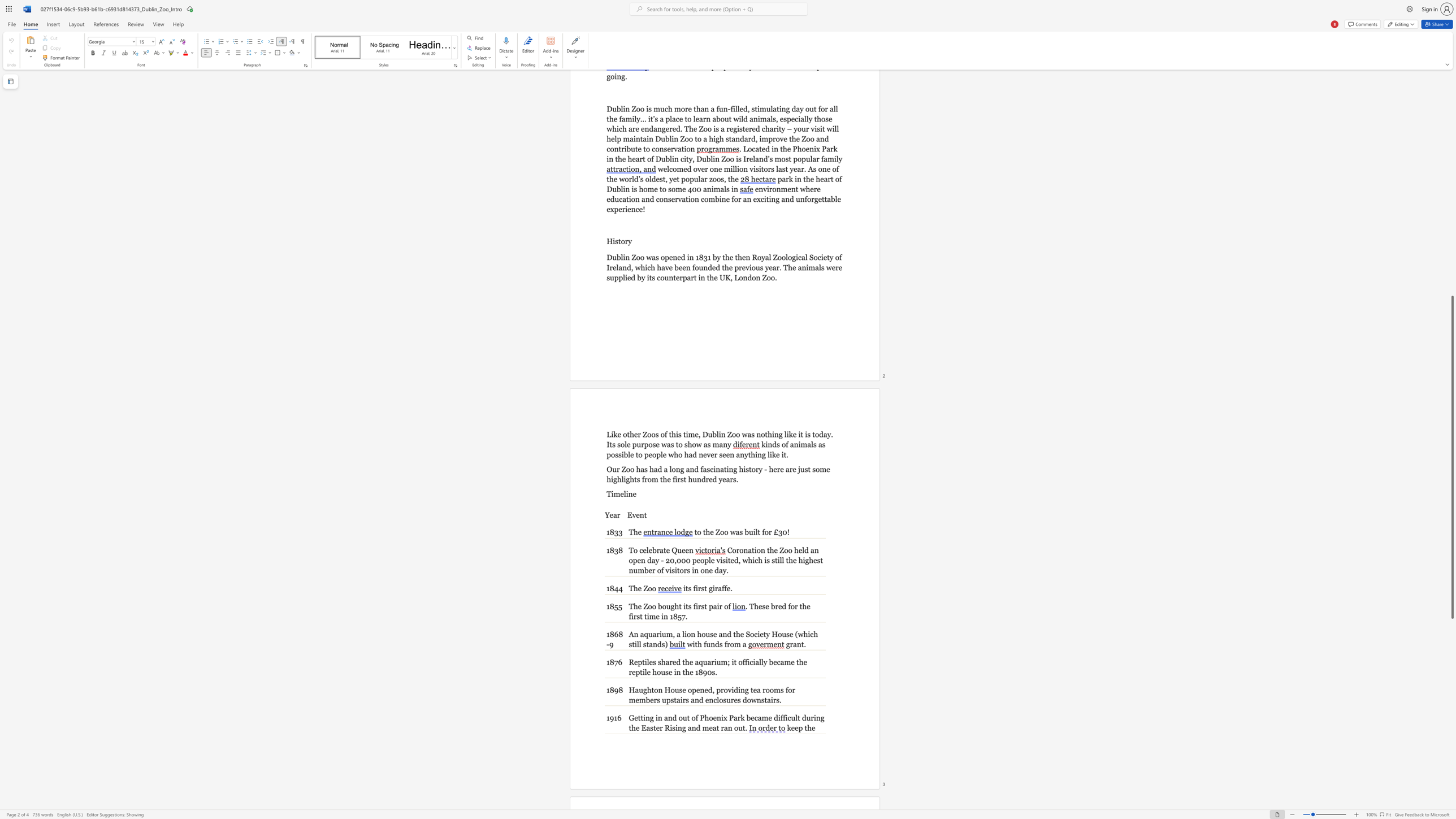 This screenshot has width=1456, height=819. What do you see at coordinates (688, 634) in the screenshot?
I see `the 1th character "o" in the text` at bounding box center [688, 634].